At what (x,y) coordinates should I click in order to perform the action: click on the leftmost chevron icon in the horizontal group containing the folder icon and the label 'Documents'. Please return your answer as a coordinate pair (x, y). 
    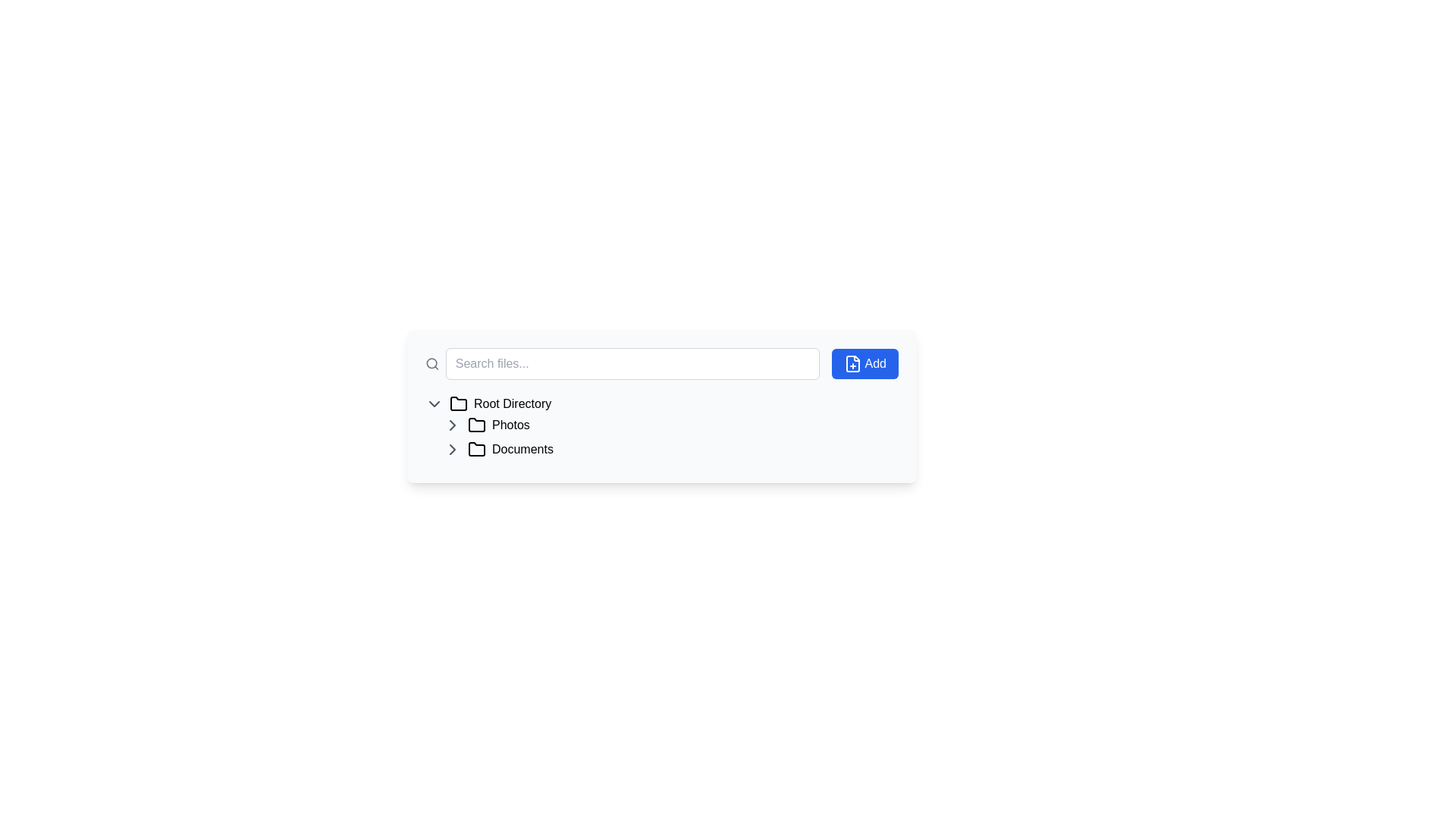
    Looking at the image, I should click on (451, 449).